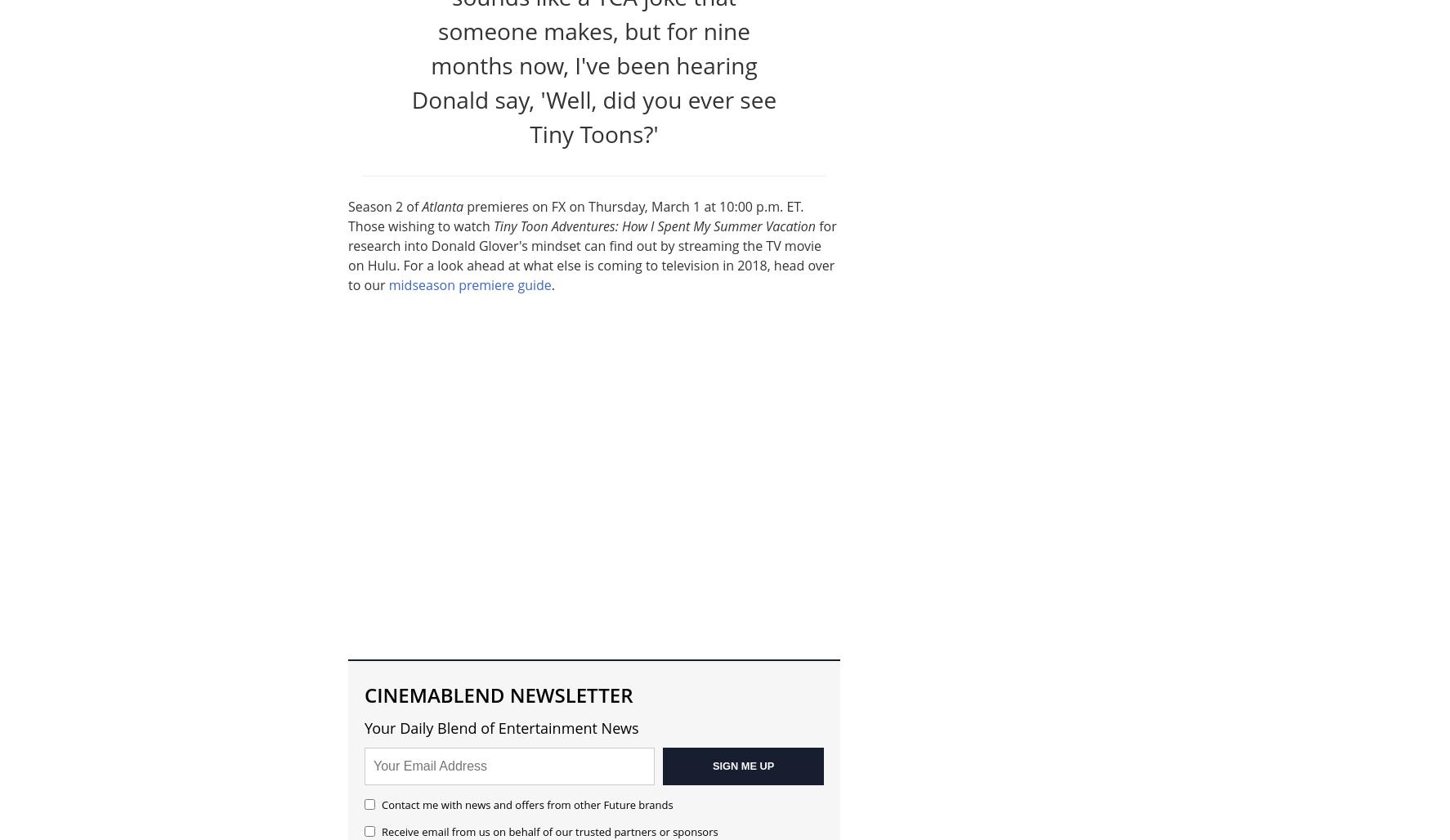 This screenshot has height=840, width=1450. I want to click on 'CINEMABLEND NEWSLETTER', so click(364, 694).